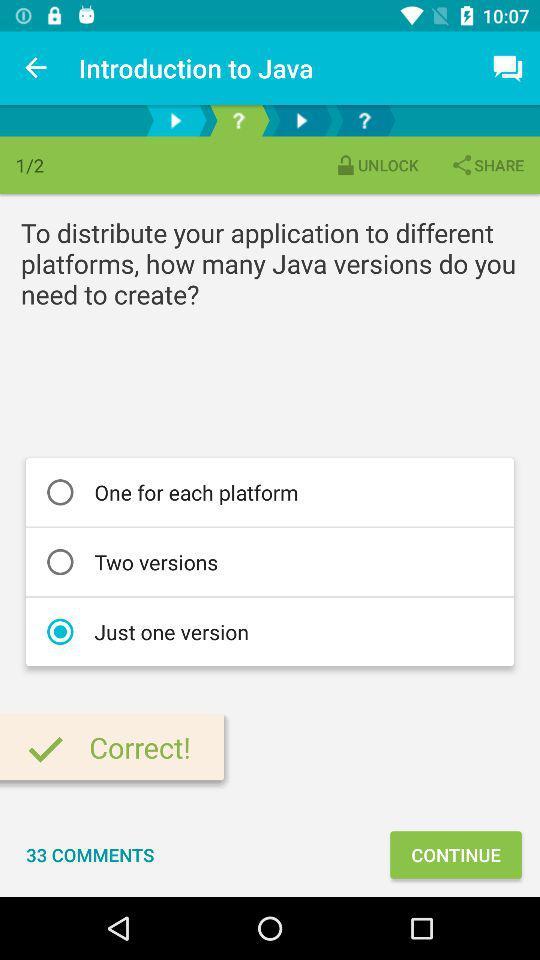  Describe the element at coordinates (455, 853) in the screenshot. I see `the icon below the just one version icon` at that location.